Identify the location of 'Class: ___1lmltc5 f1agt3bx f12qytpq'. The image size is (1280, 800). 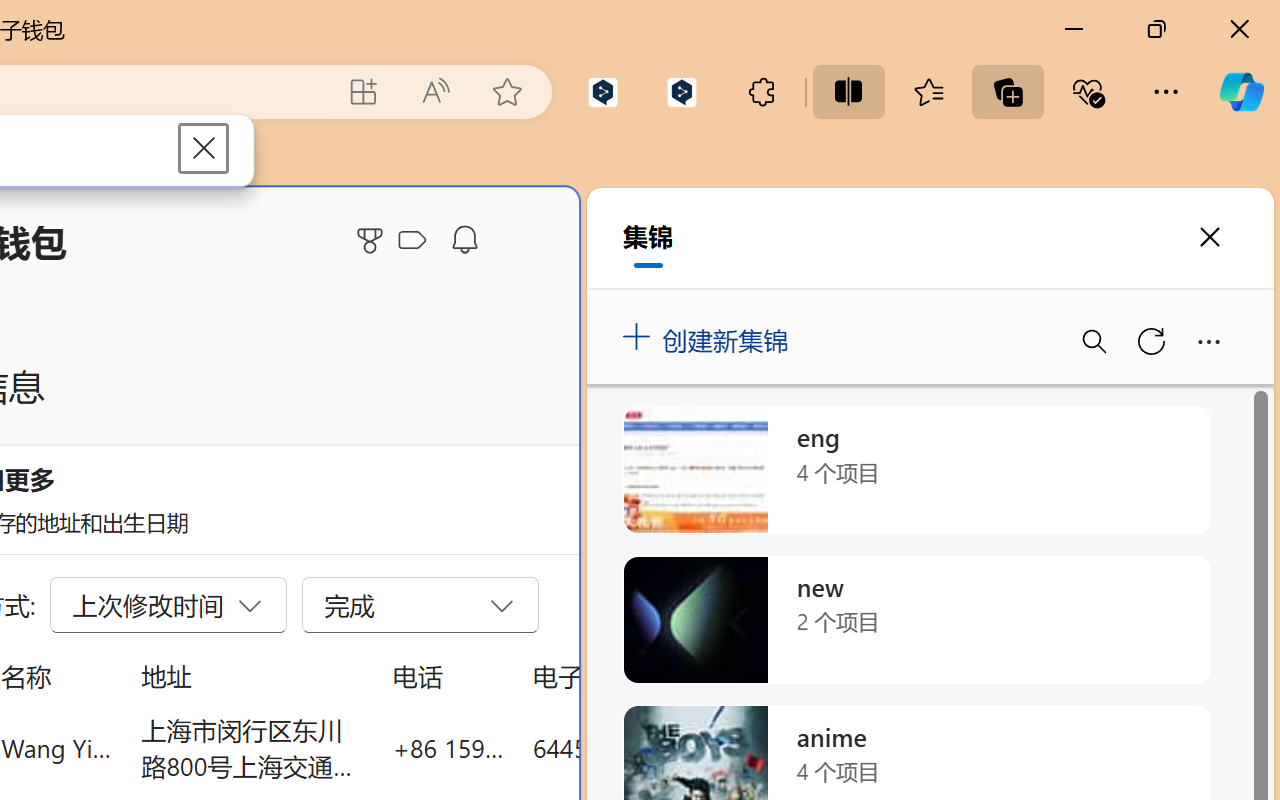
(411, 240).